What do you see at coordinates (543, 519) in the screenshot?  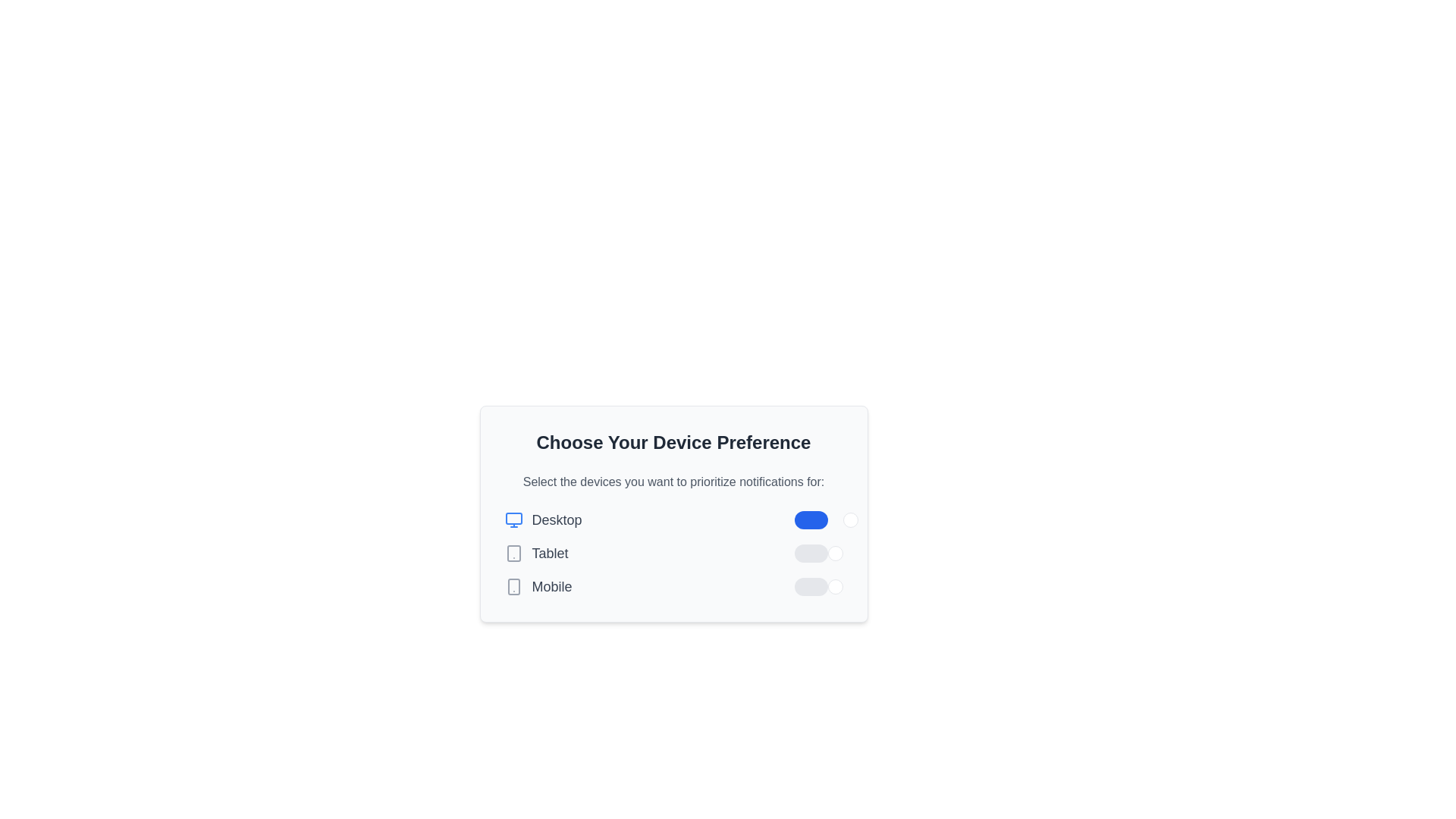 I see `the 'Desktop' text label, which is styled with a light gray font color and is located in the topmost row of the device list, next to a toggle switch` at bounding box center [543, 519].